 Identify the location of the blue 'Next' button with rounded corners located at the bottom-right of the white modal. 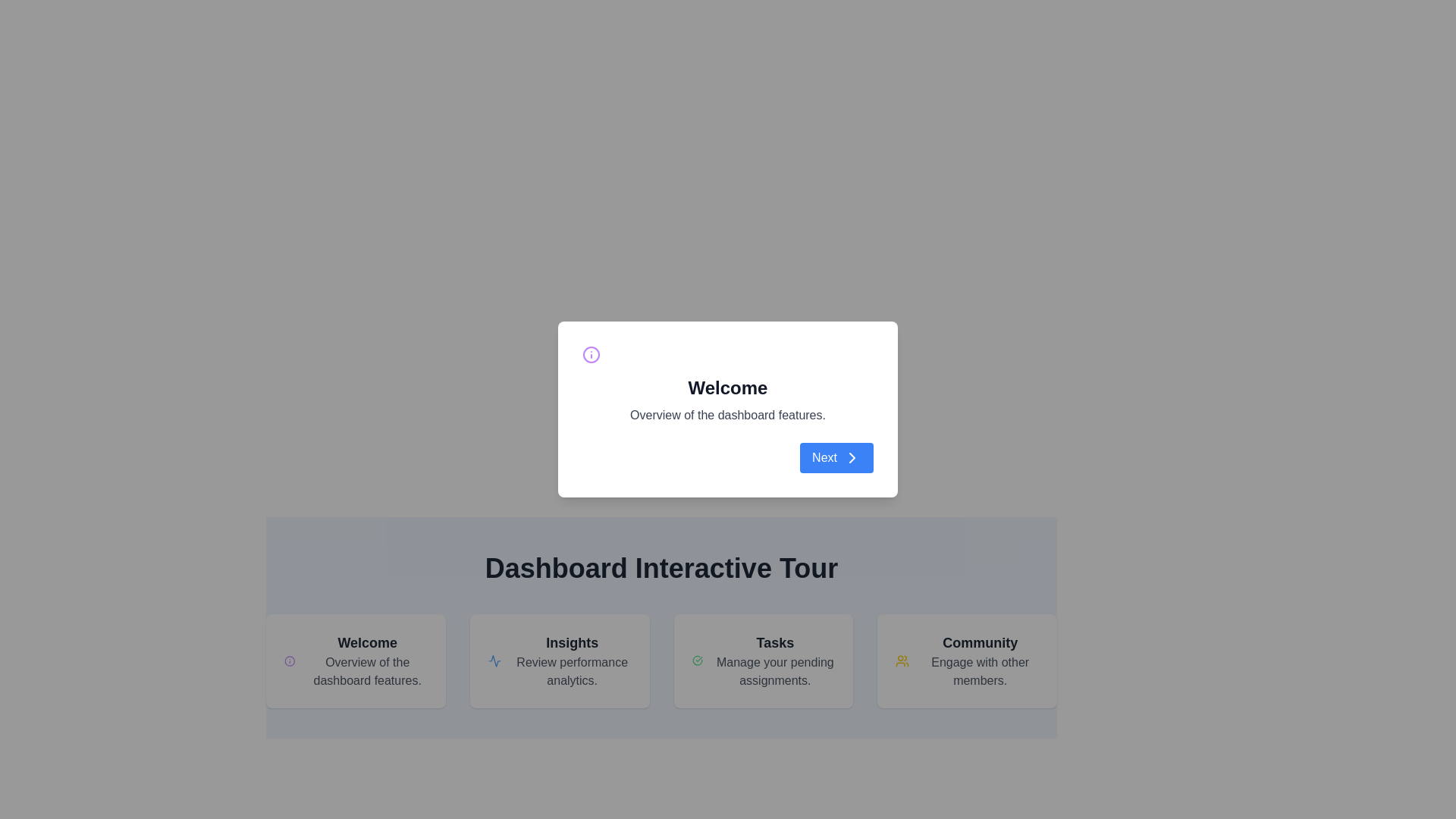
(836, 457).